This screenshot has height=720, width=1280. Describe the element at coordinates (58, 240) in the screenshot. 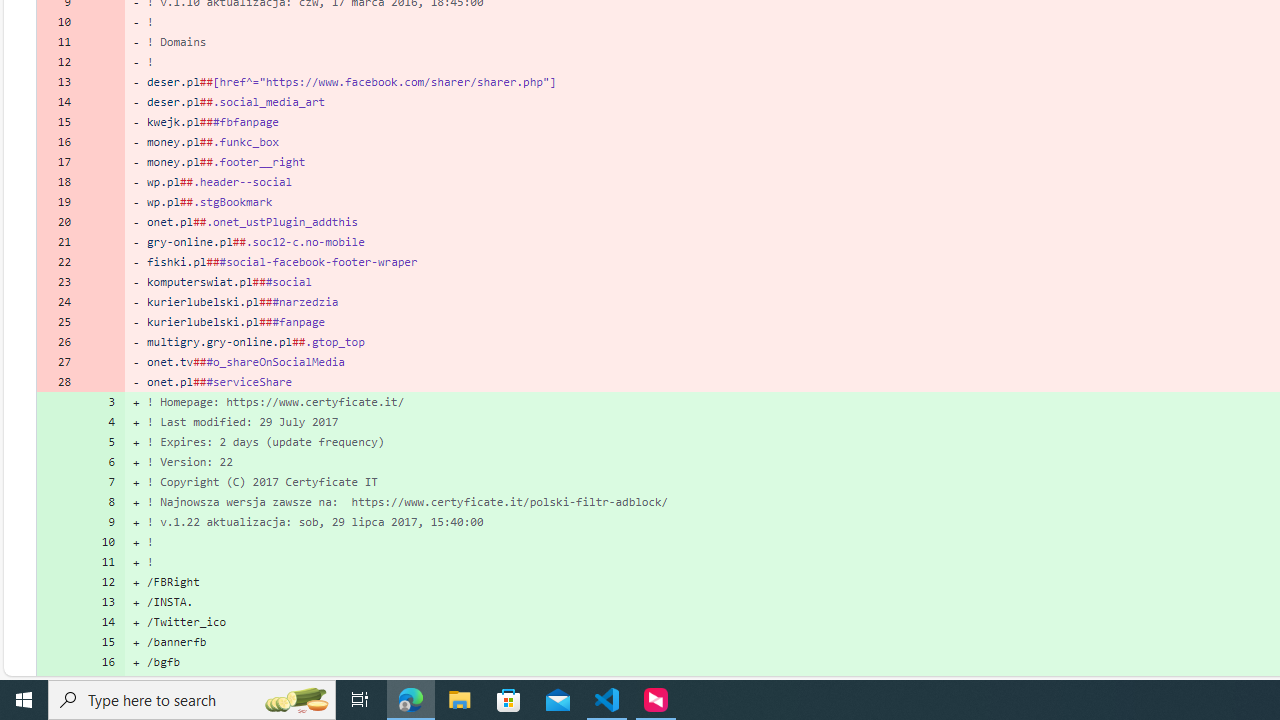

I see `'21'` at that location.